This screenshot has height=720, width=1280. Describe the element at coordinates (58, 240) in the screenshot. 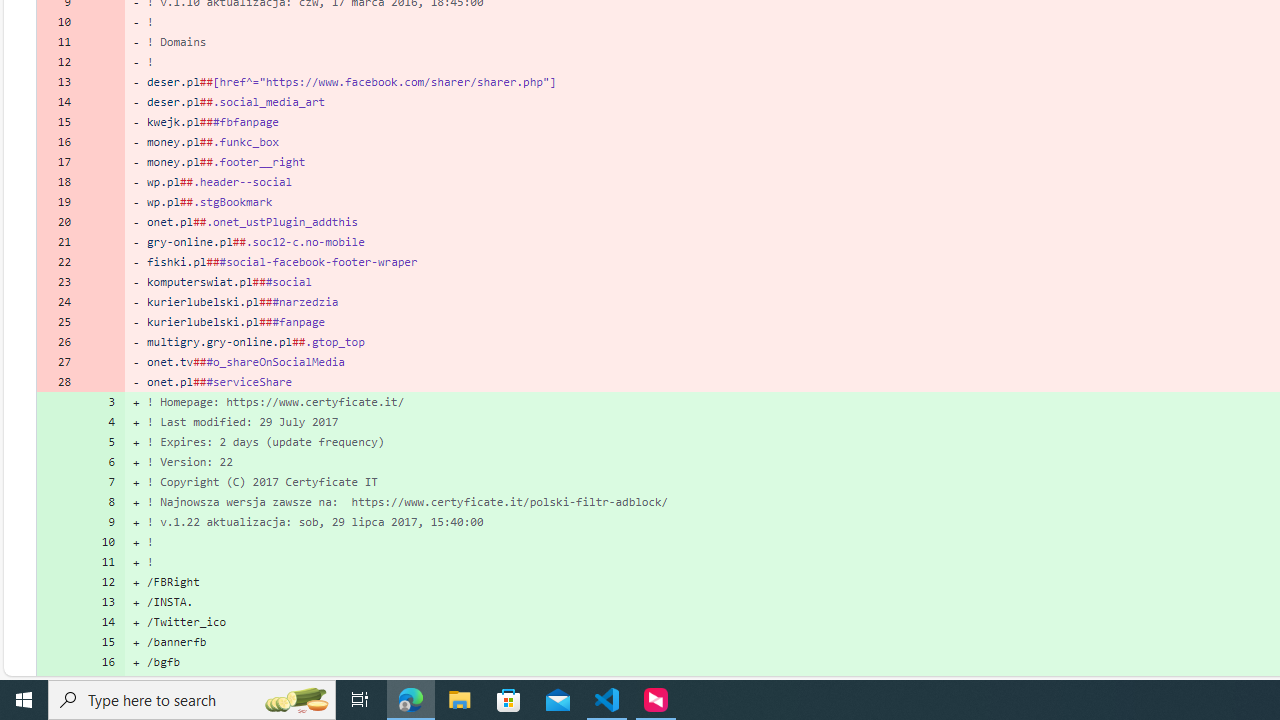

I see `'21'` at that location.